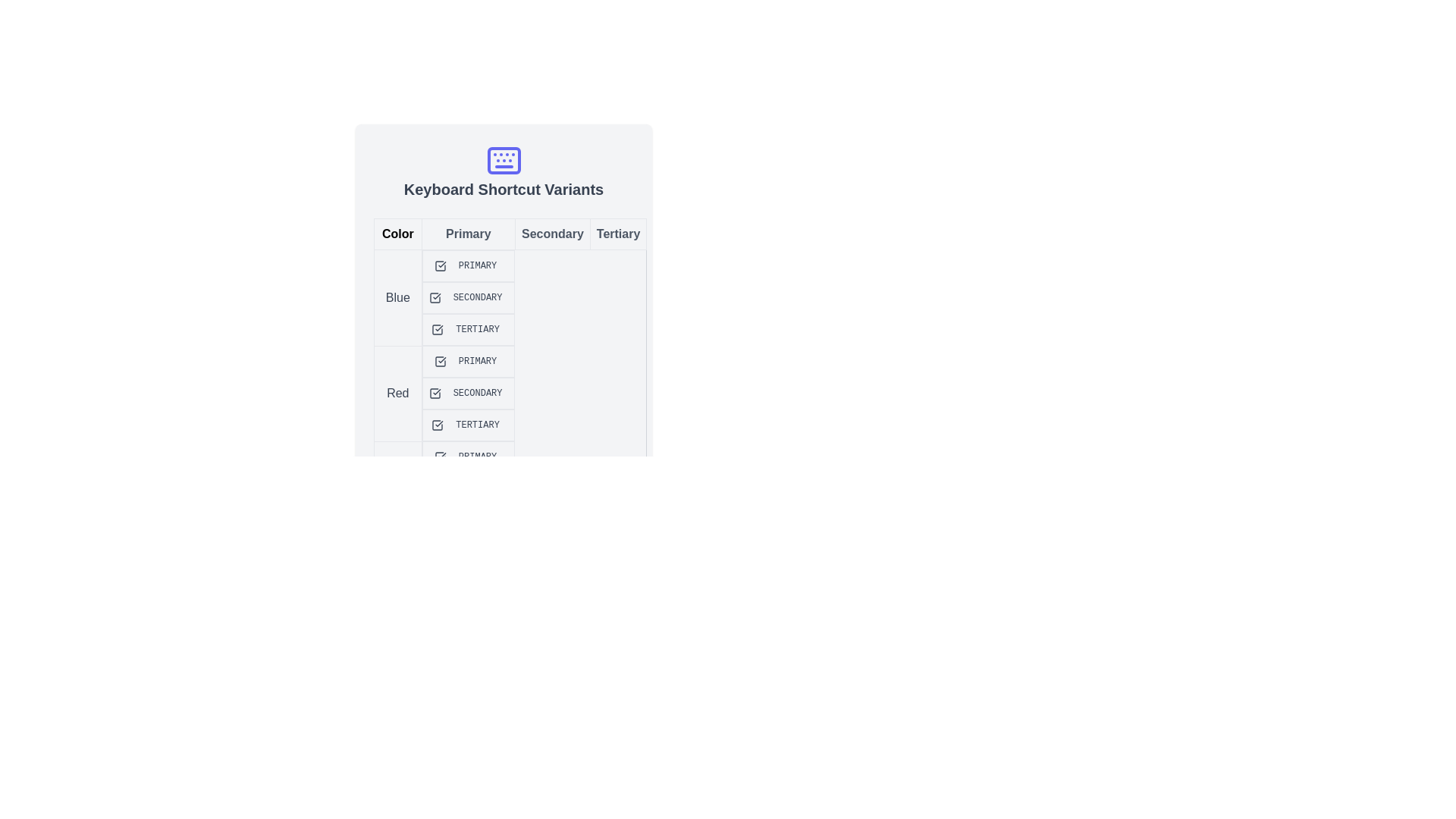 The image size is (1456, 819). What do you see at coordinates (468, 393) in the screenshot?
I see `the 'Secondary' label associated with the checkbox in the 'Red' category` at bounding box center [468, 393].